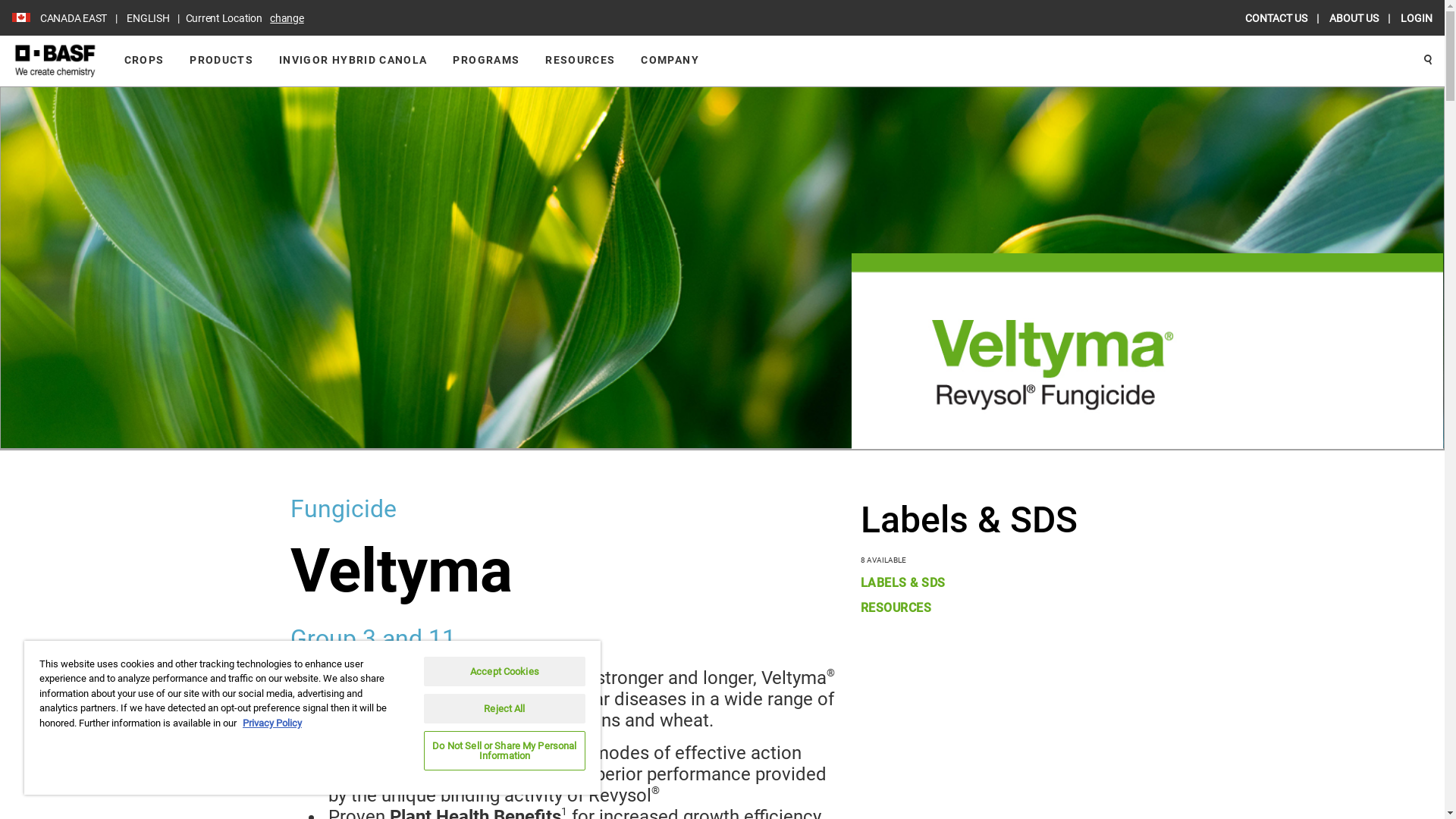 The height and width of the screenshot is (819, 1456). I want to click on 'COMPANY', so click(669, 59).